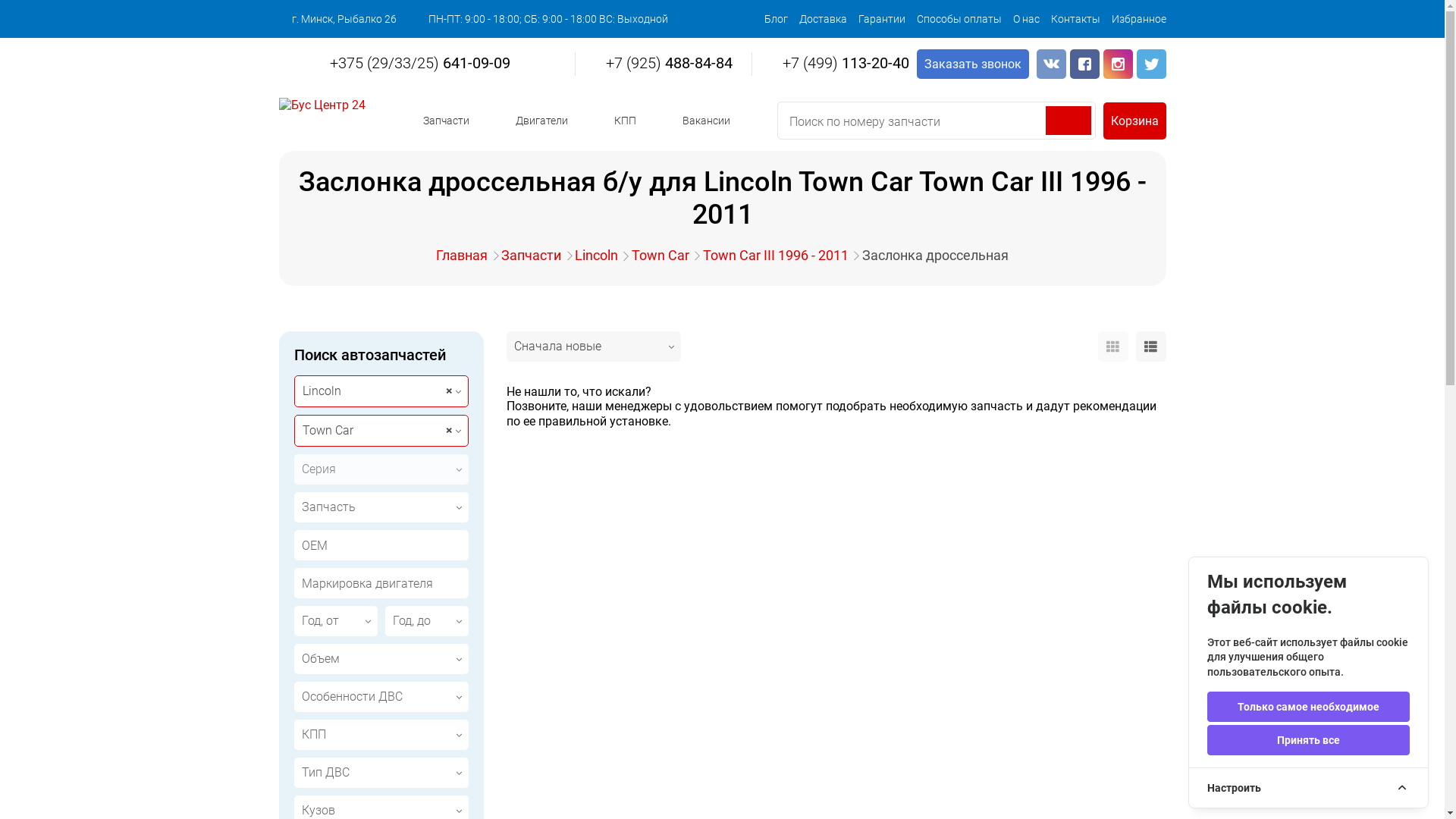 This screenshot has width=1456, height=819. Describe the element at coordinates (410, 62) in the screenshot. I see `'+375 (29/33/25) 641-09-09'` at that location.